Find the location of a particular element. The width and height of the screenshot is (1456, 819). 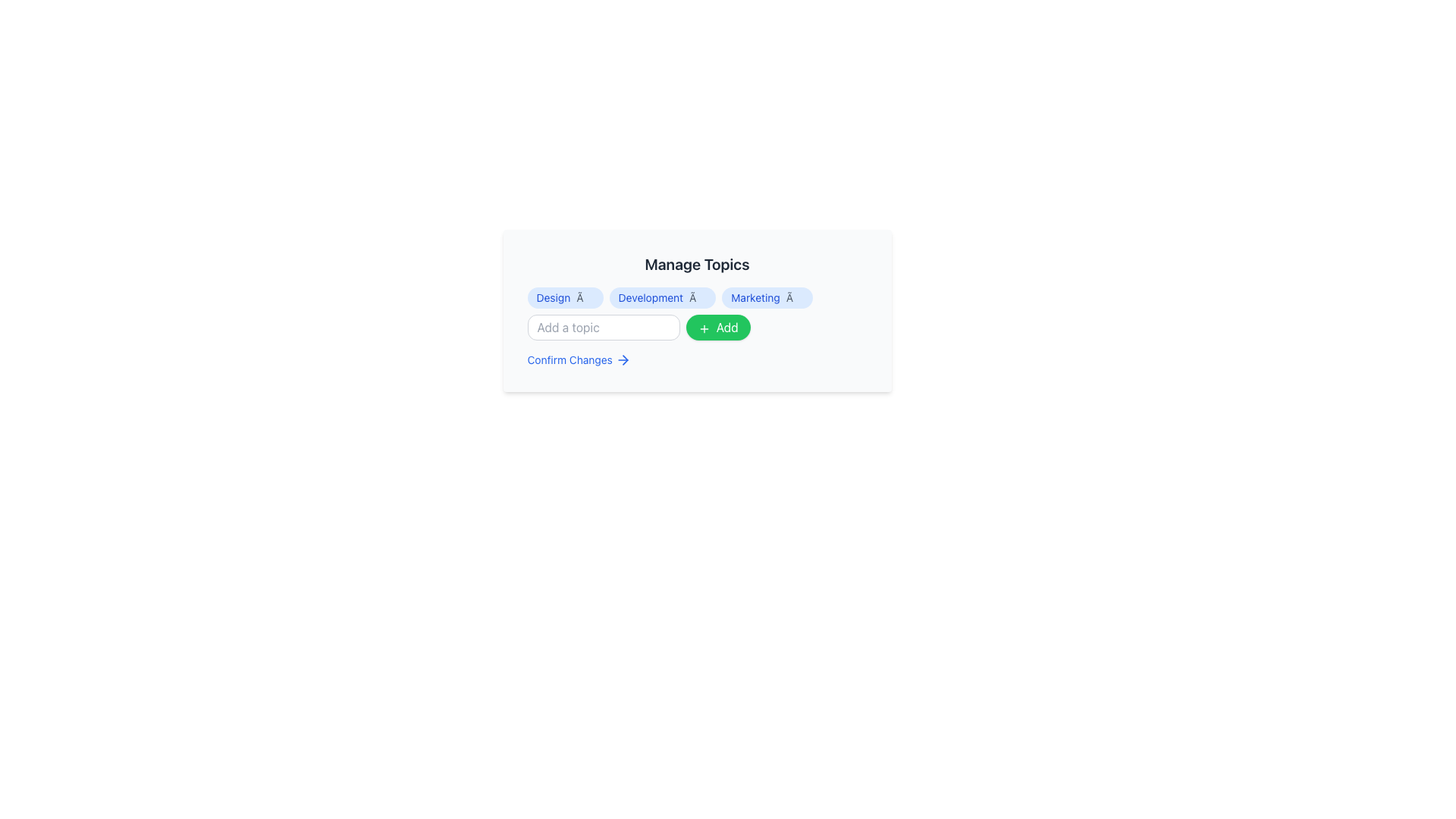

the '×' on the 'Design' tag is located at coordinates (564, 298).